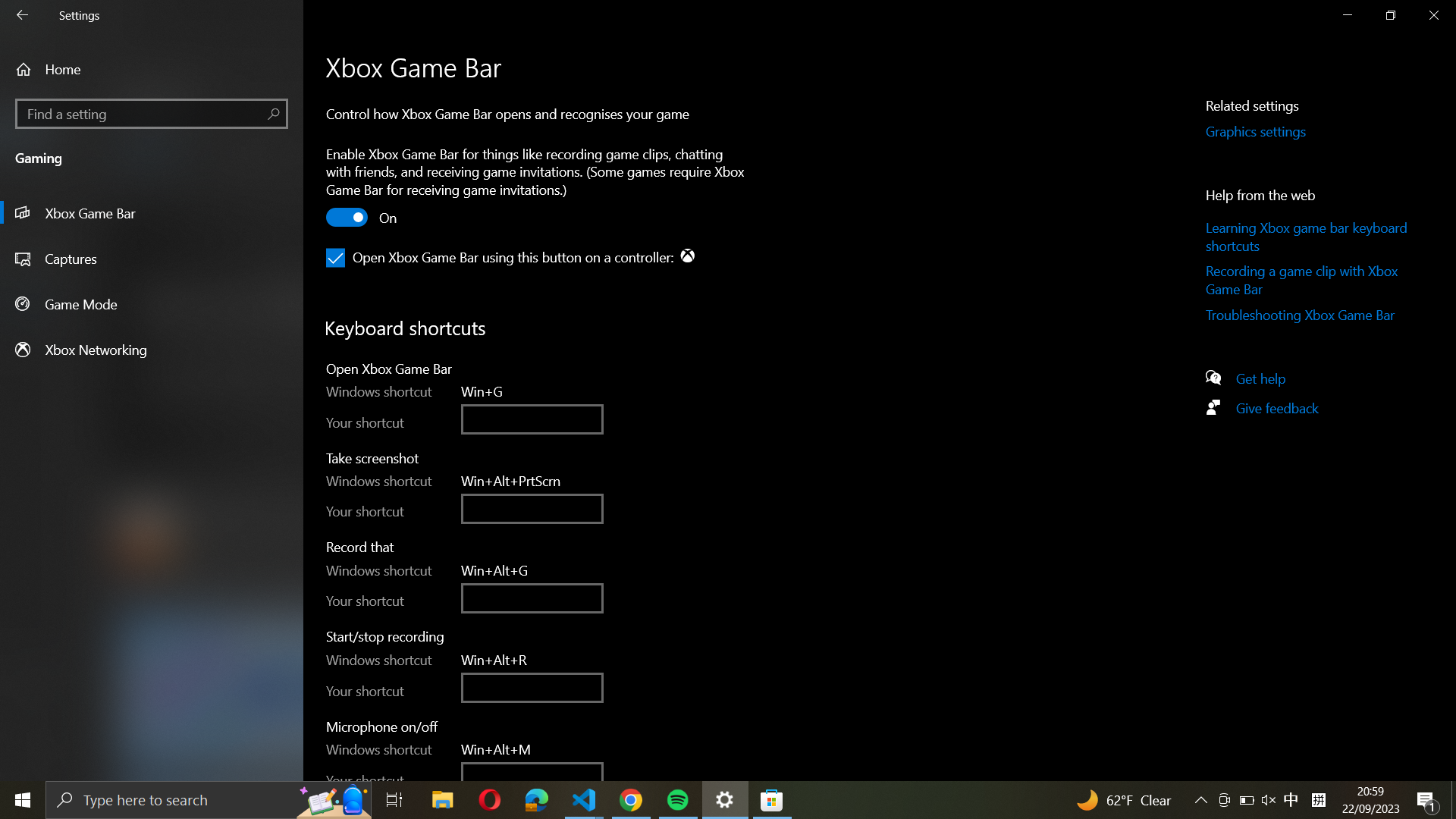  What do you see at coordinates (347, 219) in the screenshot?
I see `the Xbox Game Bar by selecting the toggle` at bounding box center [347, 219].